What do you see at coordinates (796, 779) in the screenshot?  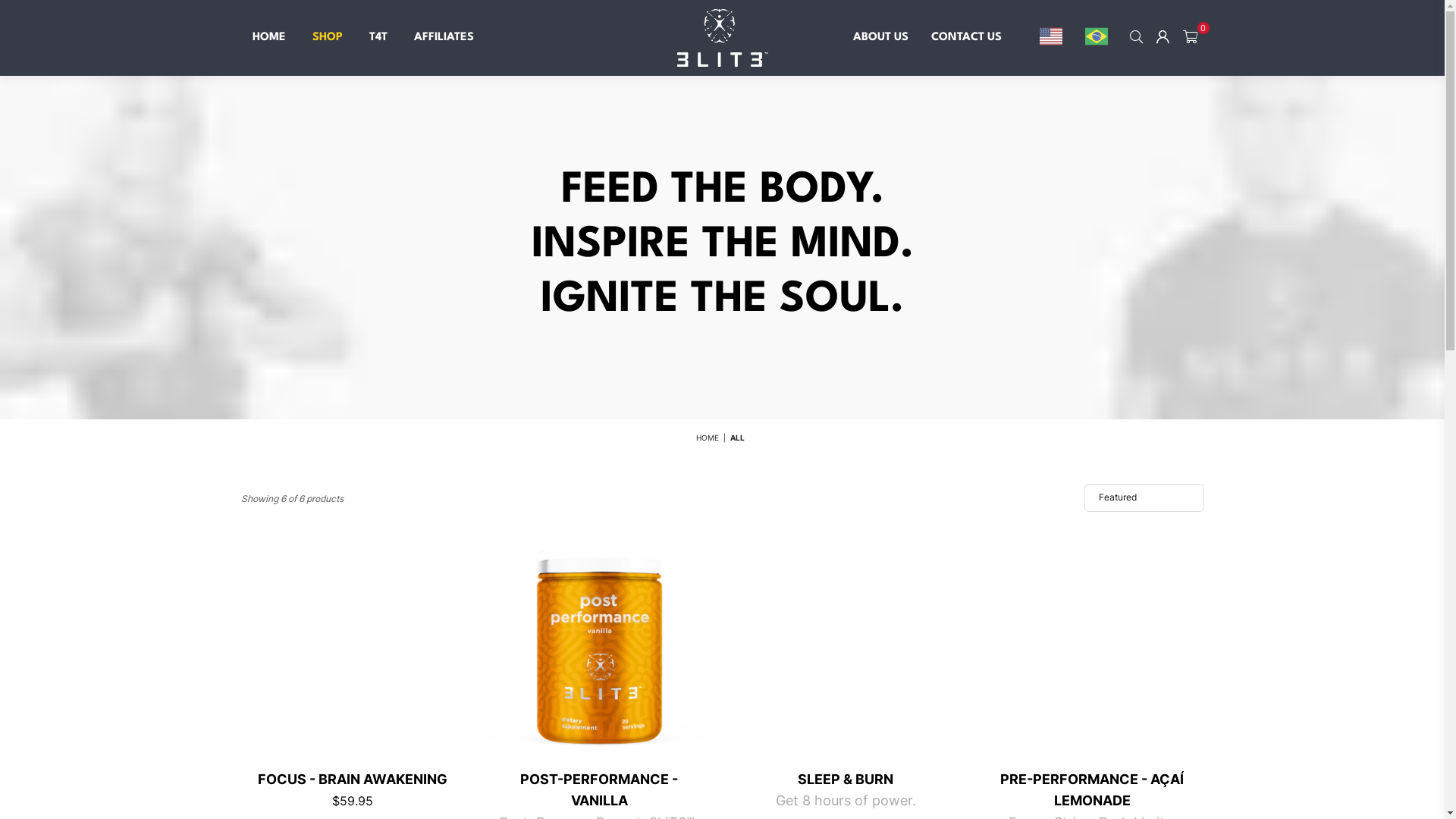 I see `'SLEEP & BURN'` at bounding box center [796, 779].